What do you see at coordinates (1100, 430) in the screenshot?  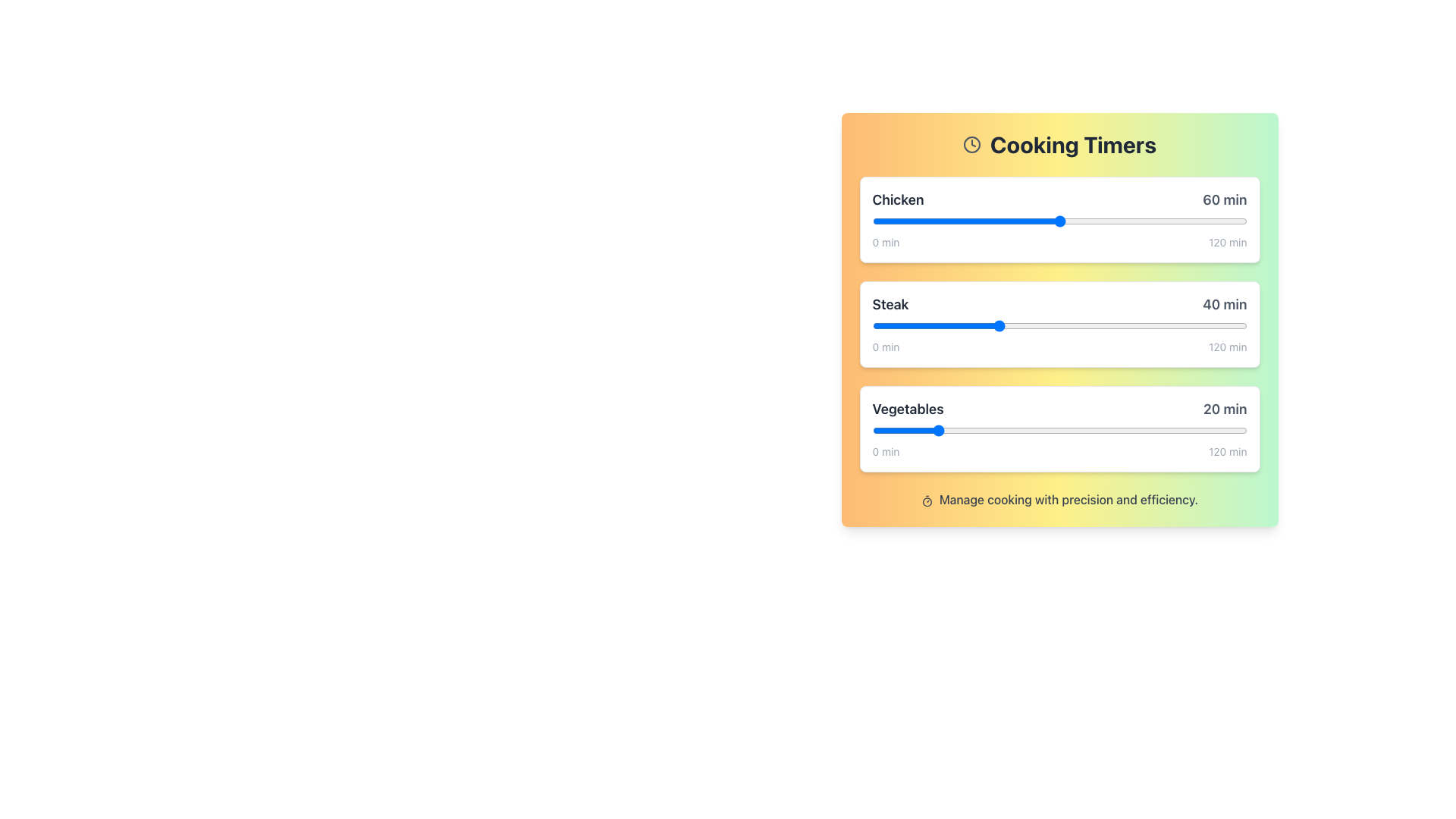 I see `the timer for vegetables` at bounding box center [1100, 430].